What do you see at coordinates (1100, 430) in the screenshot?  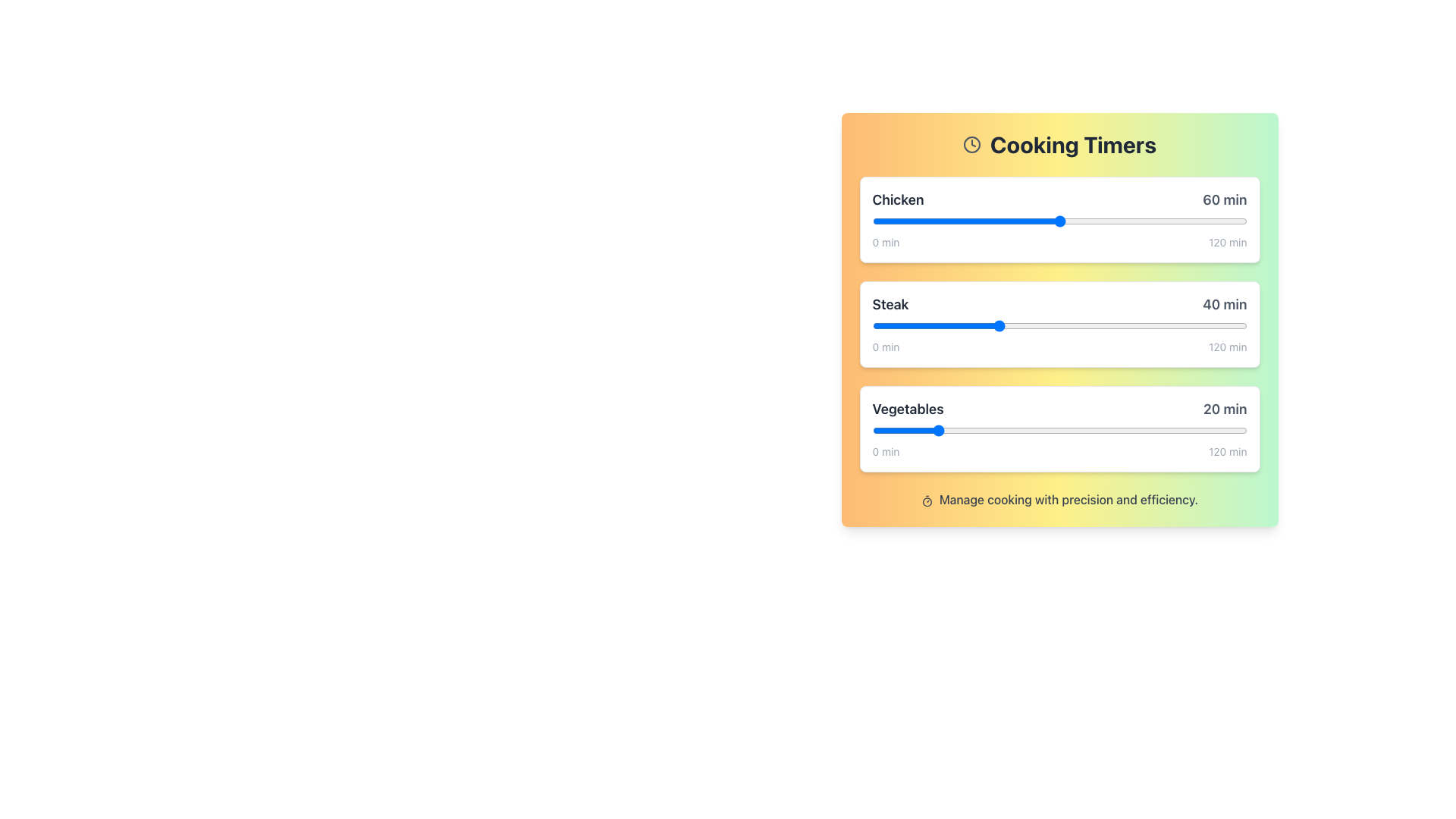 I see `the timer for vegetables` at bounding box center [1100, 430].